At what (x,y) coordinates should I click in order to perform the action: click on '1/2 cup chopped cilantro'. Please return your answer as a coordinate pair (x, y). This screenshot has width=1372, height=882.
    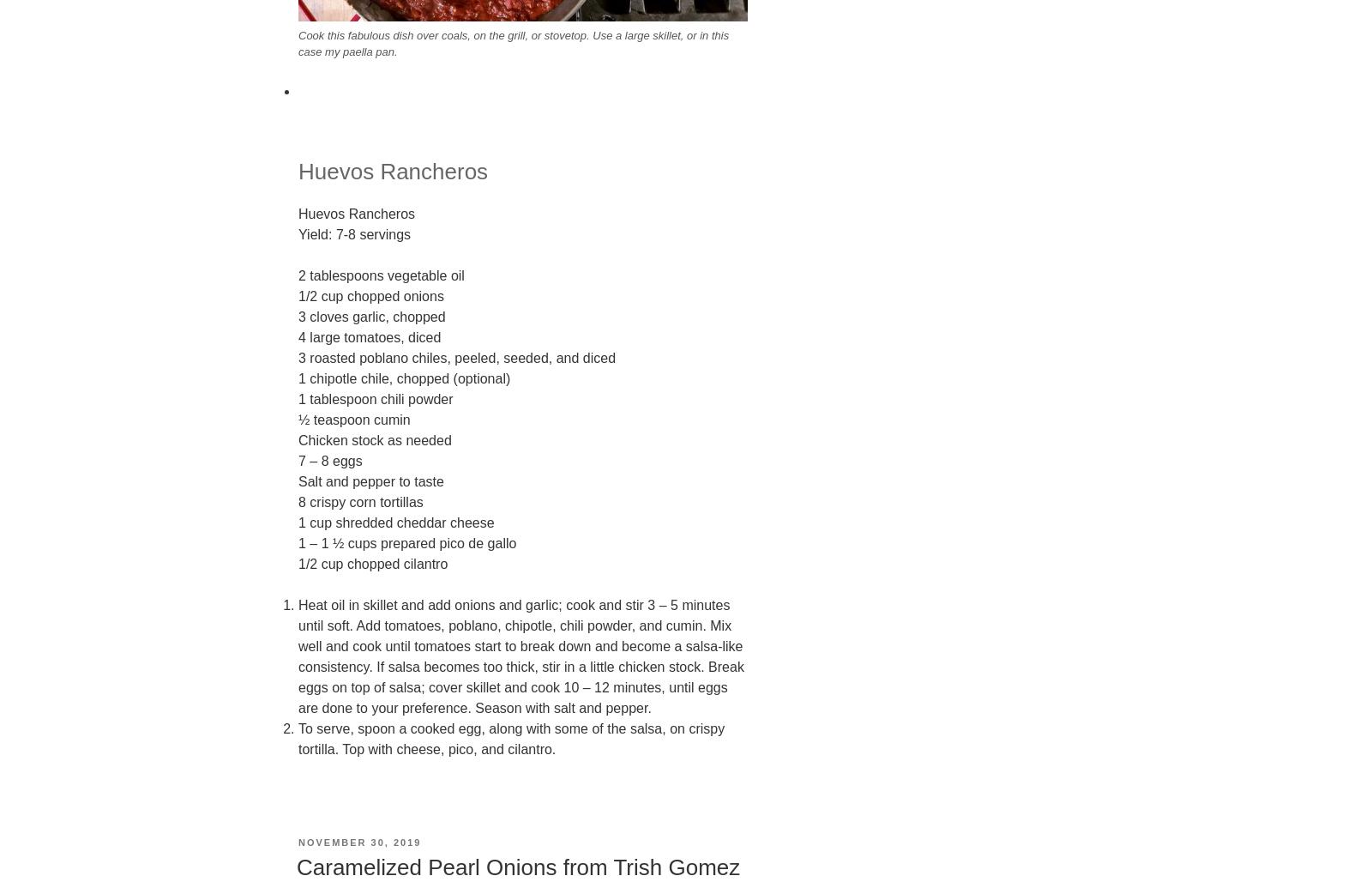
    Looking at the image, I should click on (298, 563).